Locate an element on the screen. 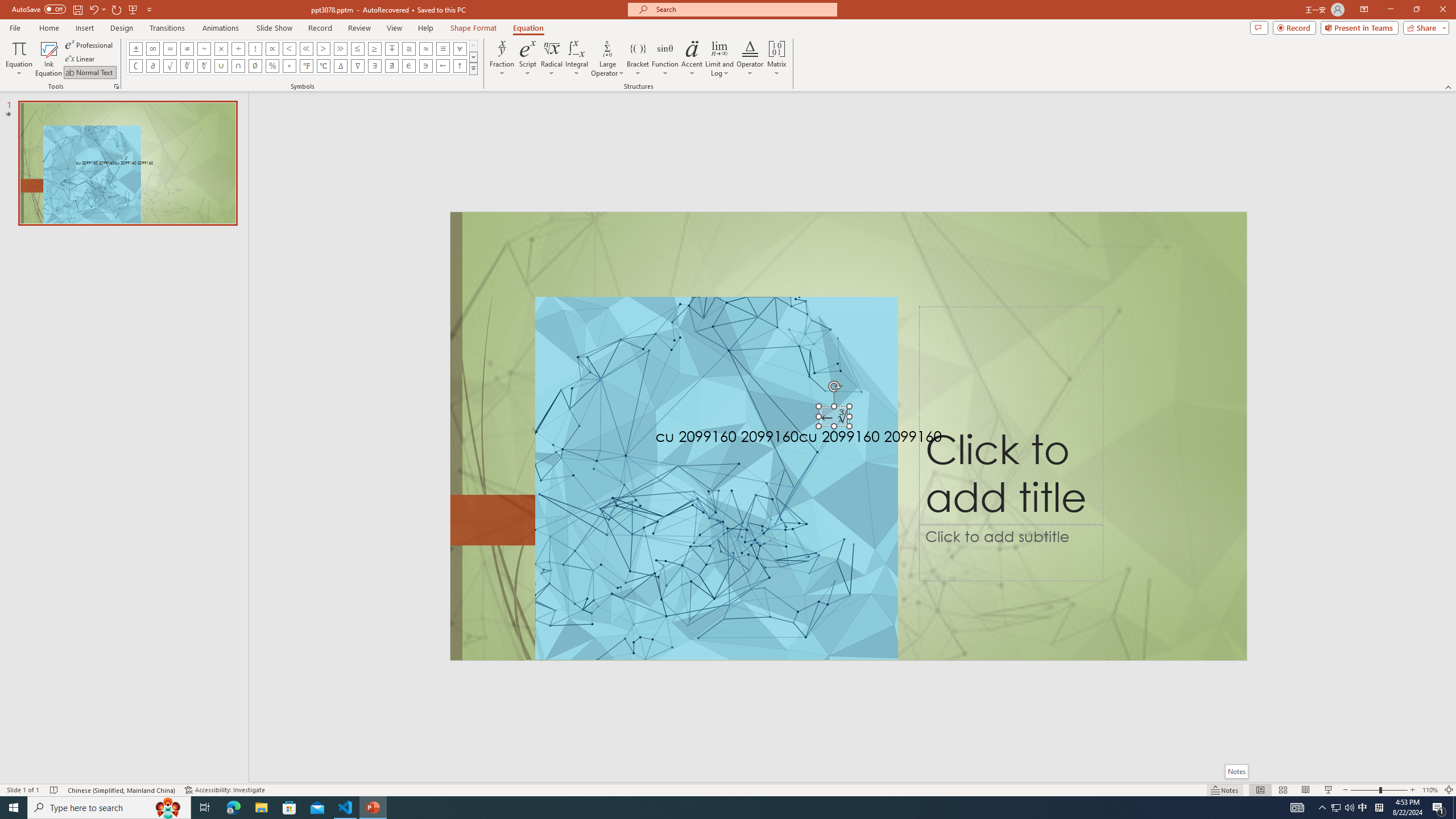  'Equation Symbol Approximately' is located at coordinates (204, 48).